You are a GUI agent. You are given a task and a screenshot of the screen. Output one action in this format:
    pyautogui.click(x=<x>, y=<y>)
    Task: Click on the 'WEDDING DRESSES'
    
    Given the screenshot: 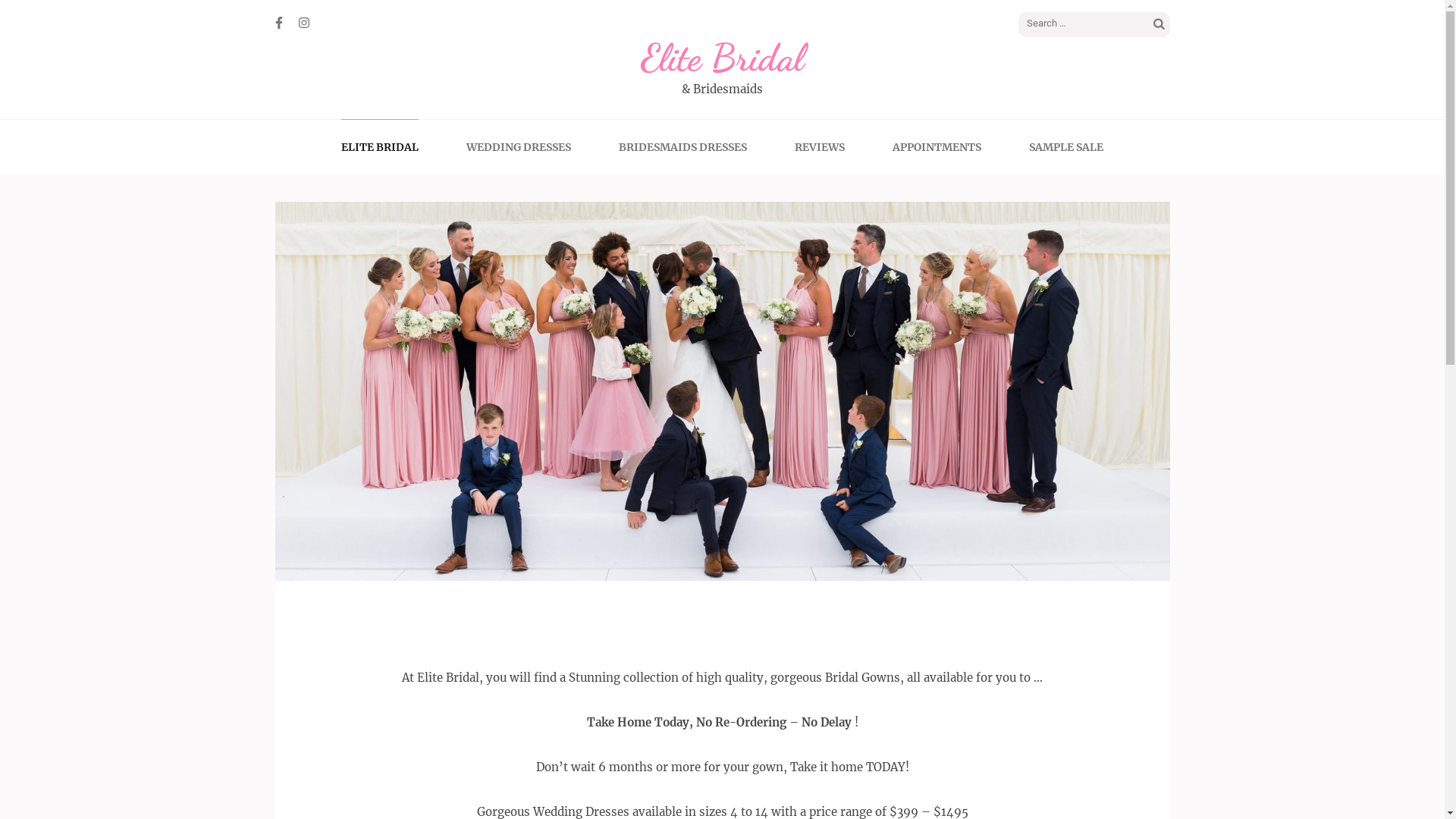 What is the action you would take?
    pyautogui.click(x=519, y=146)
    